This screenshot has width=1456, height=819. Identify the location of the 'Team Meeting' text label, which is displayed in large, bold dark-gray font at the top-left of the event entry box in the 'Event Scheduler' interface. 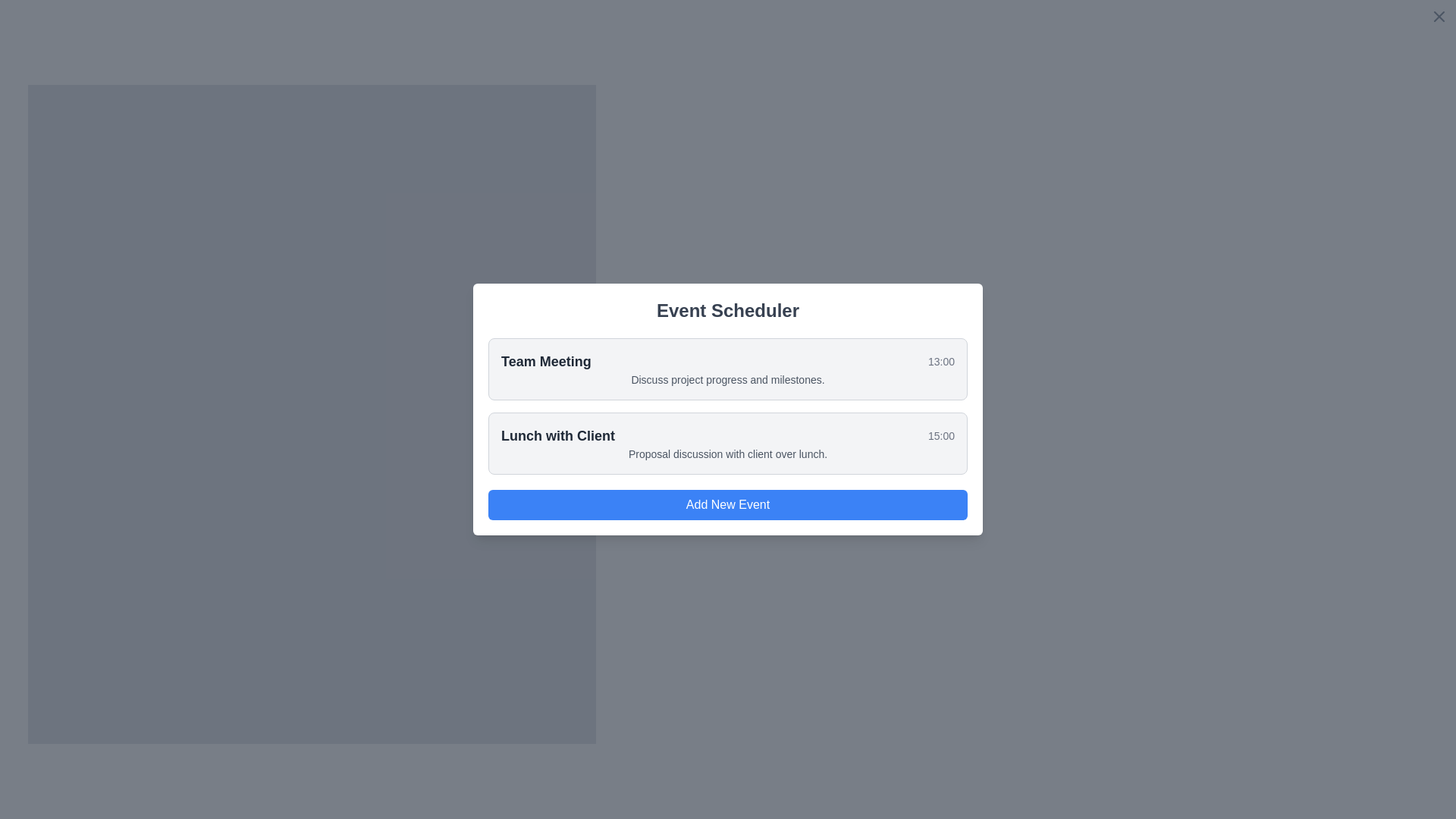
(546, 362).